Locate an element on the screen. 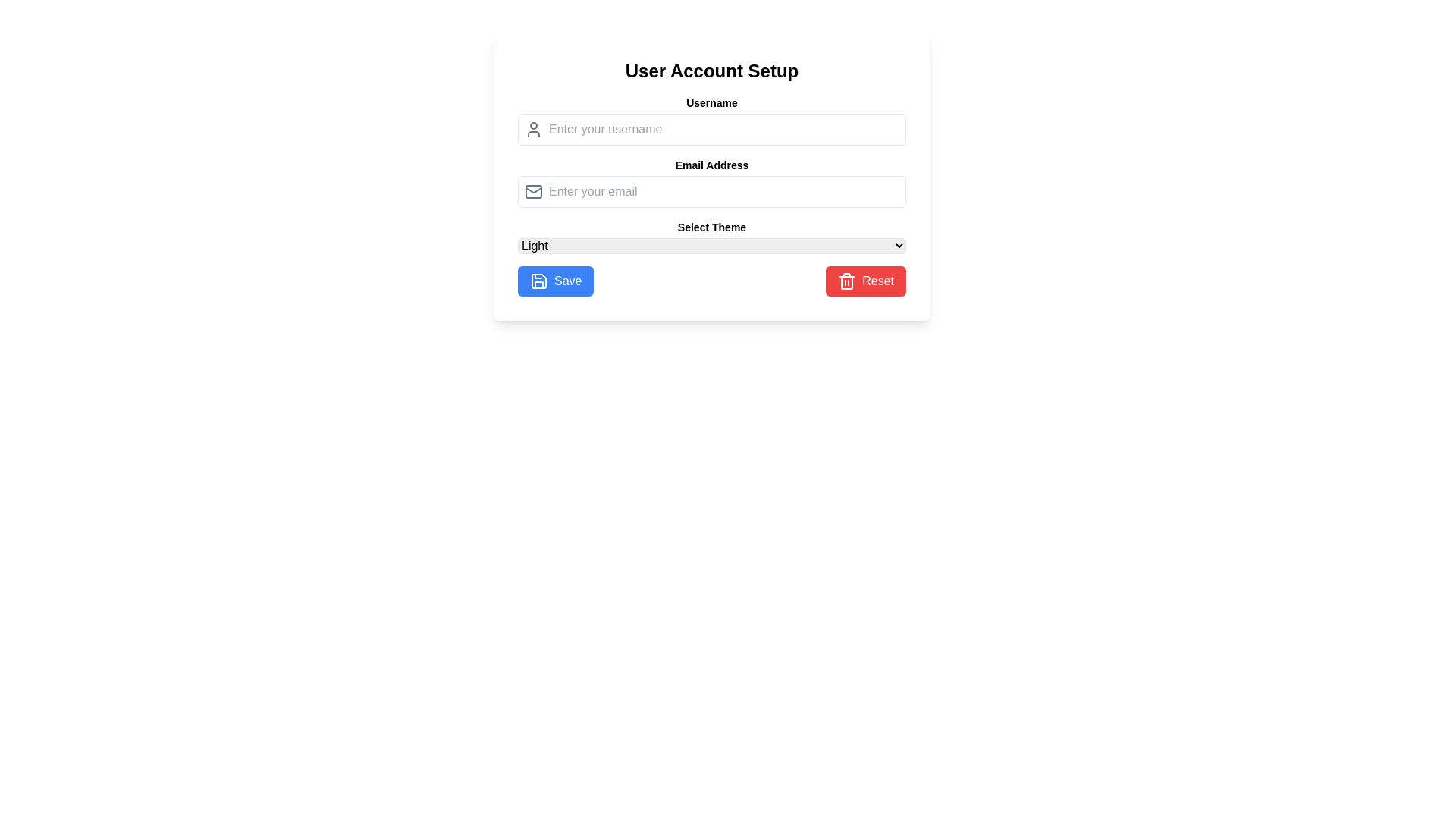 The width and height of the screenshot is (1456, 819). the left side of the email icon, which visually represents the email input field, providing a hint for email entry is located at coordinates (534, 191).